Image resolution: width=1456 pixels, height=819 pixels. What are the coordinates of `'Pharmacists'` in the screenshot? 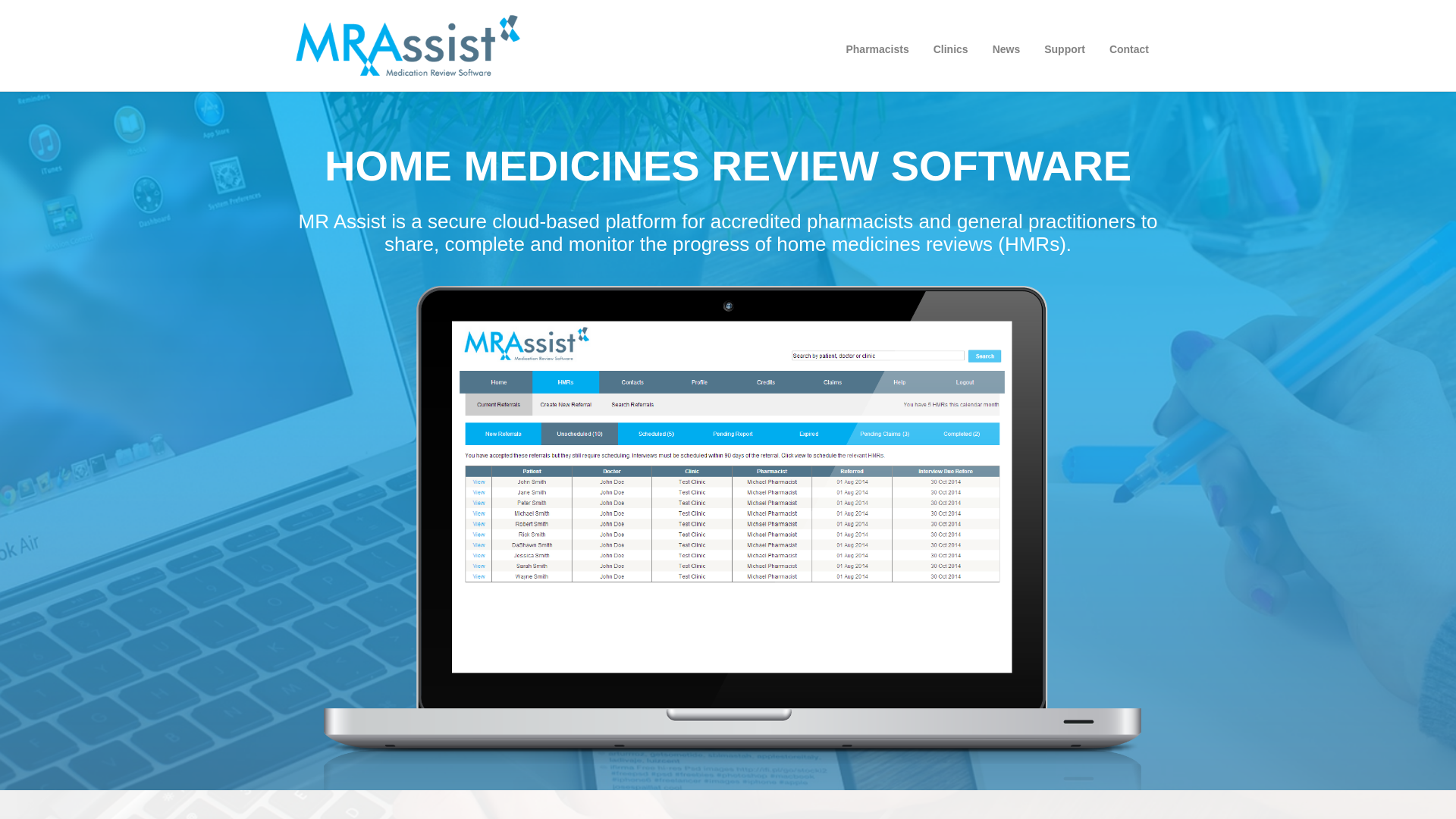 It's located at (877, 49).